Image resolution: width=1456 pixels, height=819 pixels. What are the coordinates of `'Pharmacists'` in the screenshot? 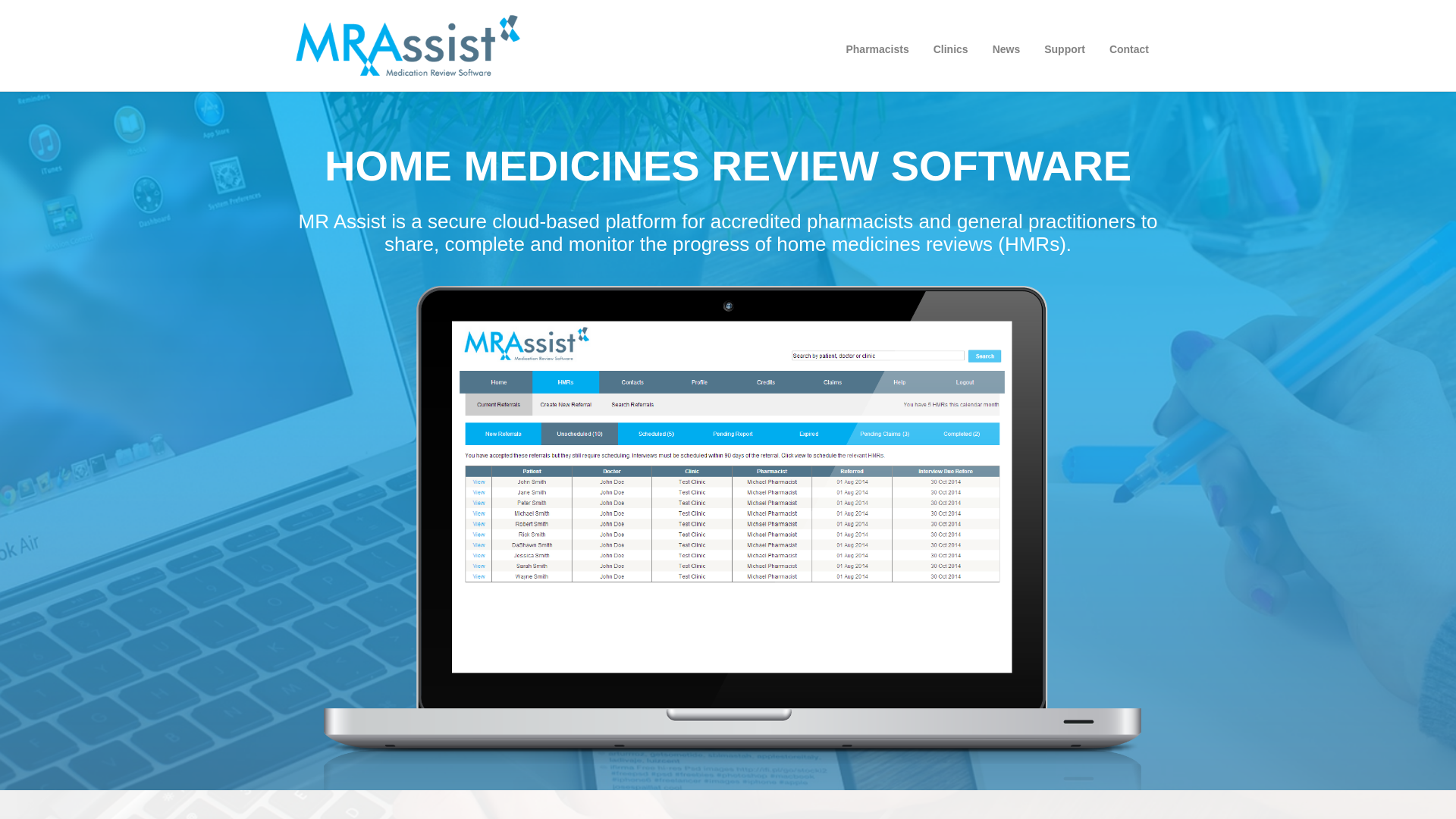 It's located at (877, 49).